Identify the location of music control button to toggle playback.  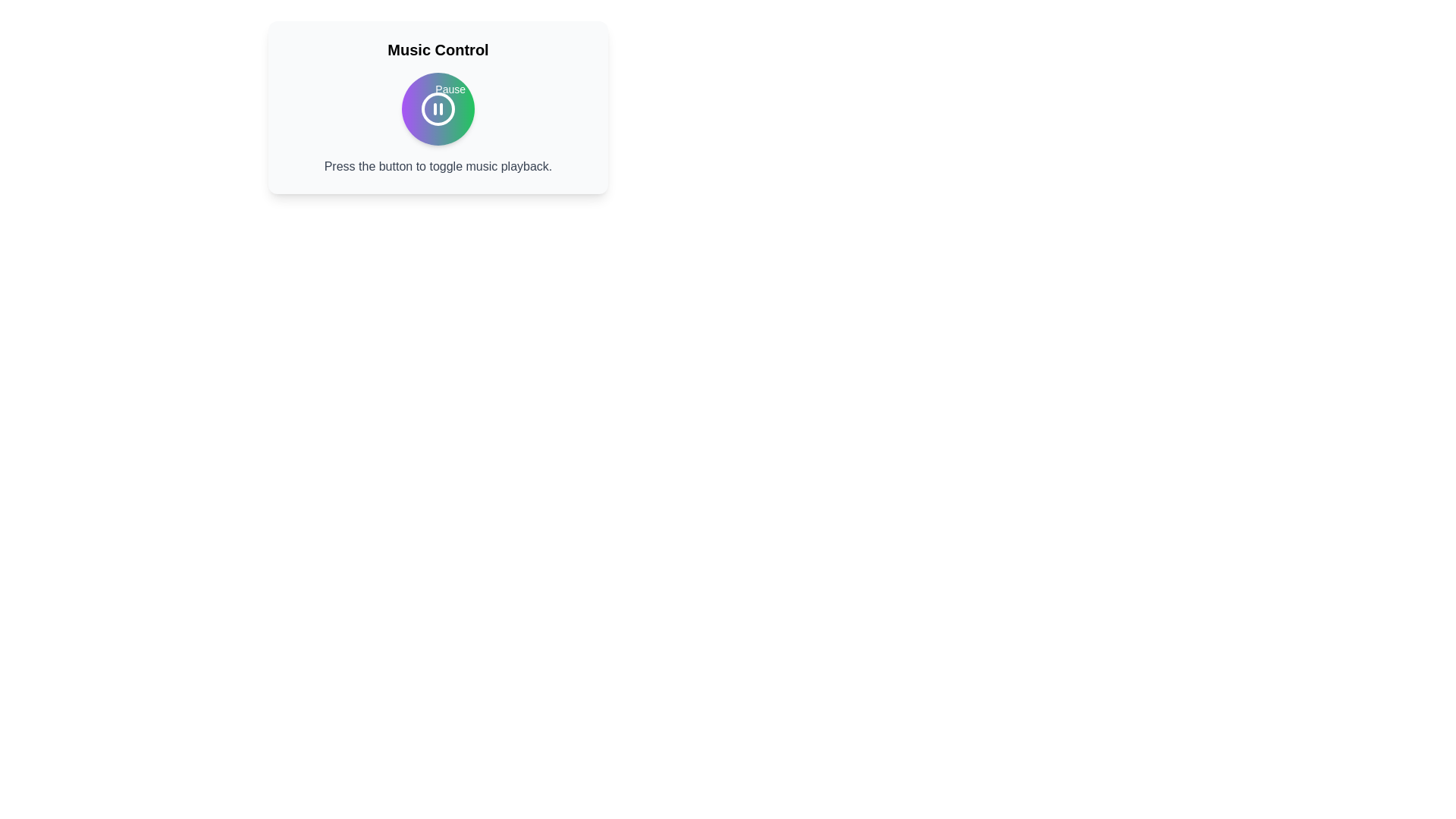
(437, 108).